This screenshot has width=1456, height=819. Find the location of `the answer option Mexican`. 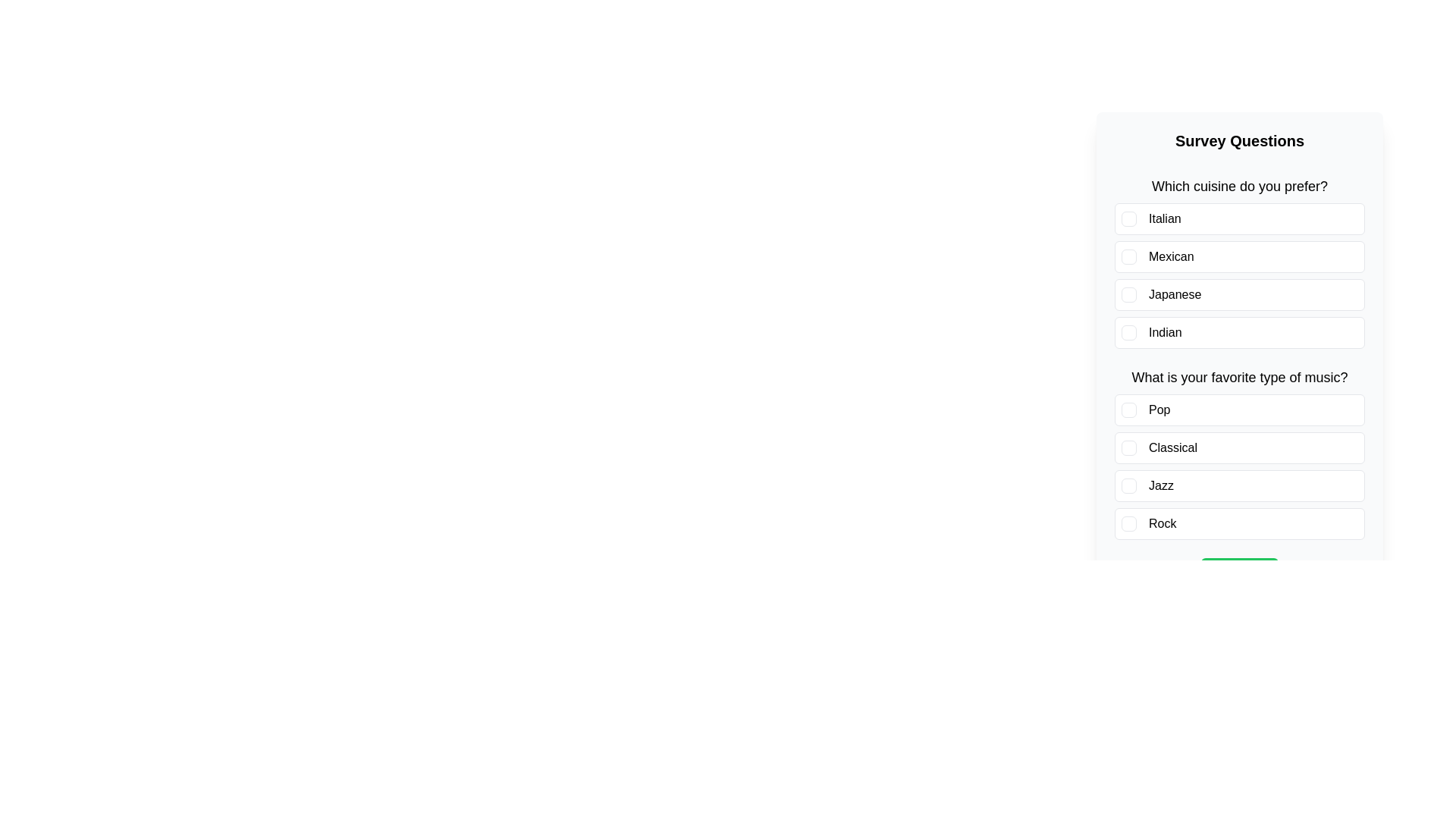

the answer option Mexican is located at coordinates (1240, 256).